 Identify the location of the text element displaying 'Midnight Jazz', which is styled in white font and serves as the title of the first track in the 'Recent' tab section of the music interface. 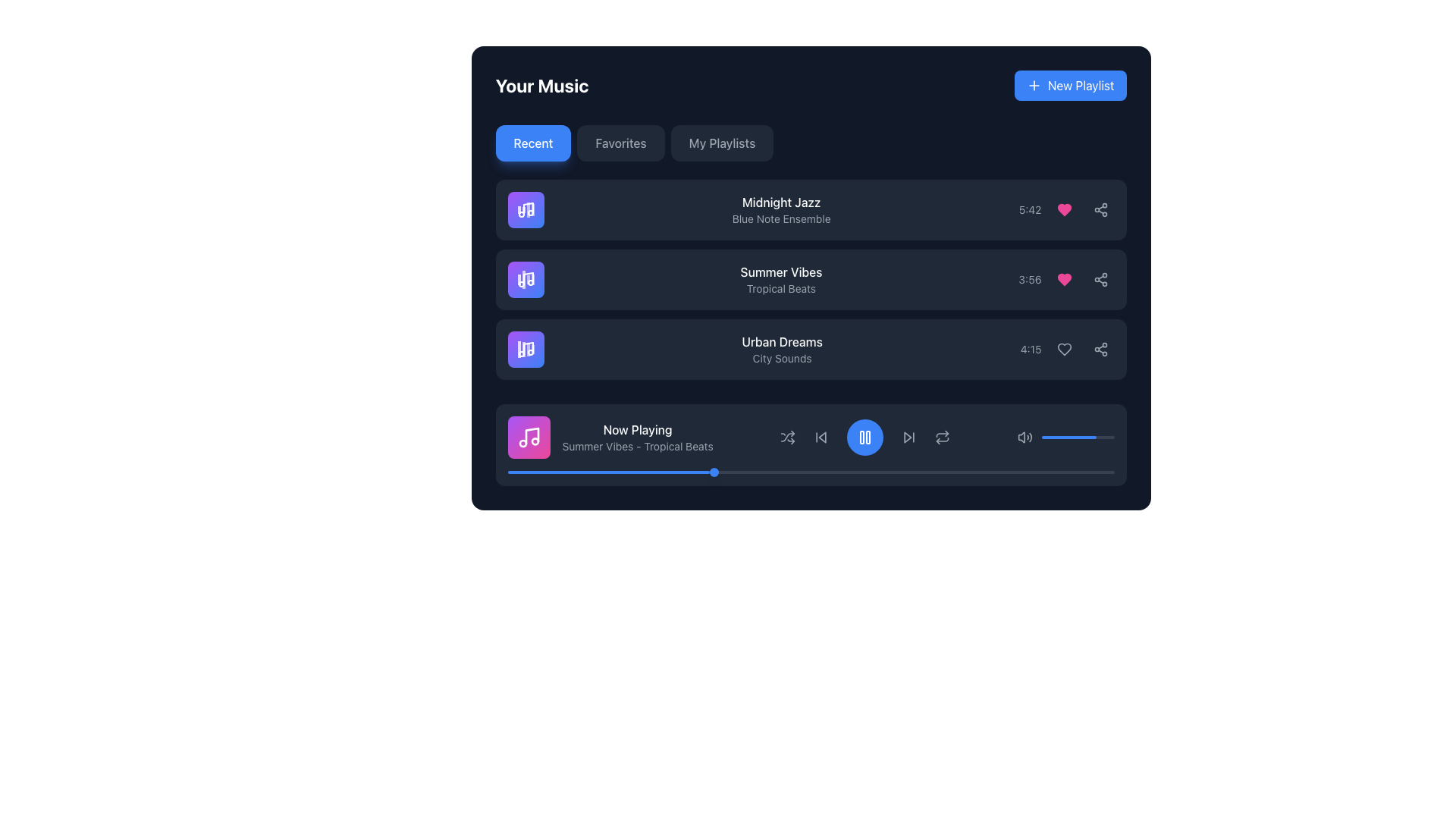
(781, 201).